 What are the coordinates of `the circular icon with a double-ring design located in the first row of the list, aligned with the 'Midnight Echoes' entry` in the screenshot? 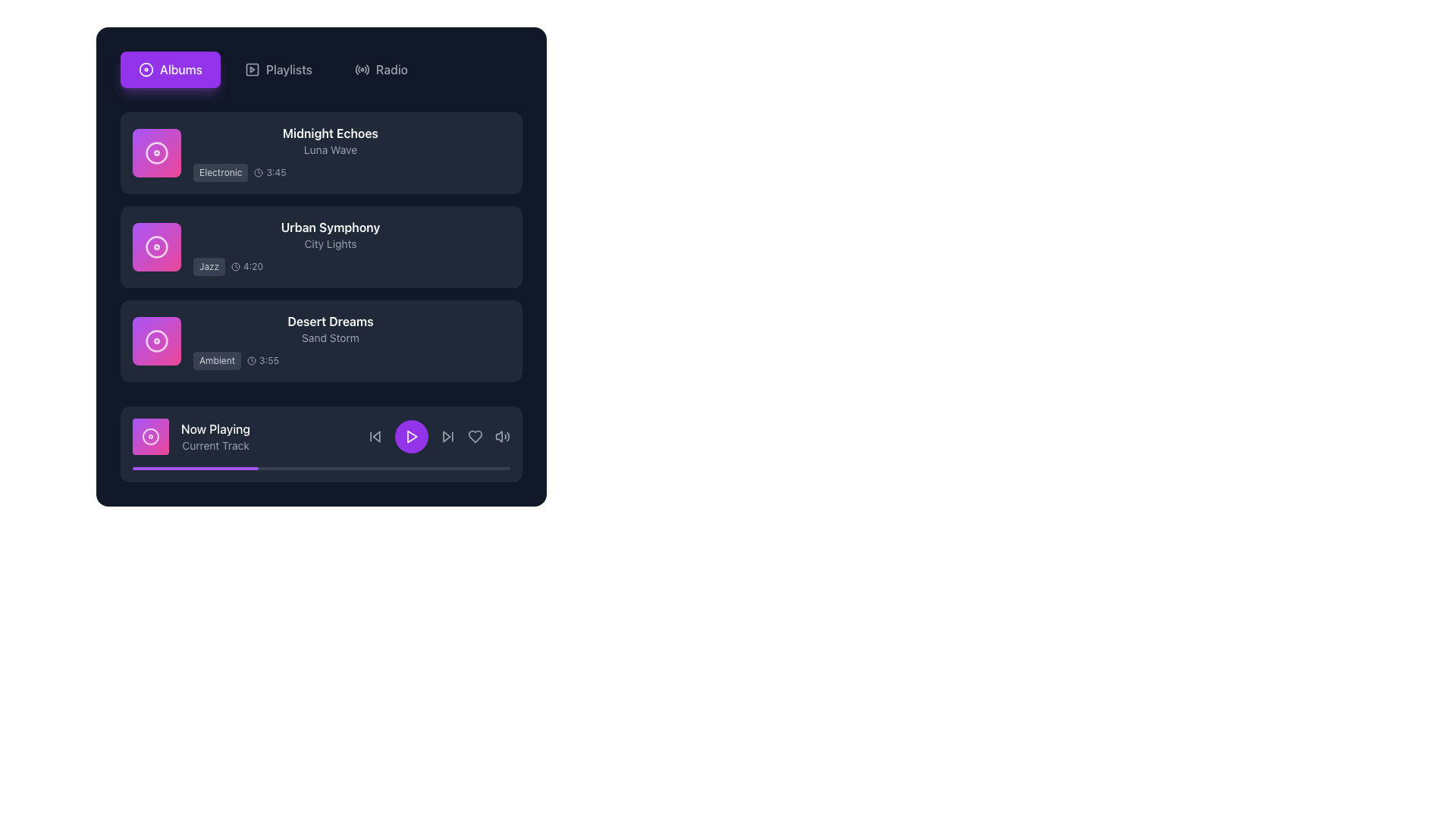 It's located at (156, 152).